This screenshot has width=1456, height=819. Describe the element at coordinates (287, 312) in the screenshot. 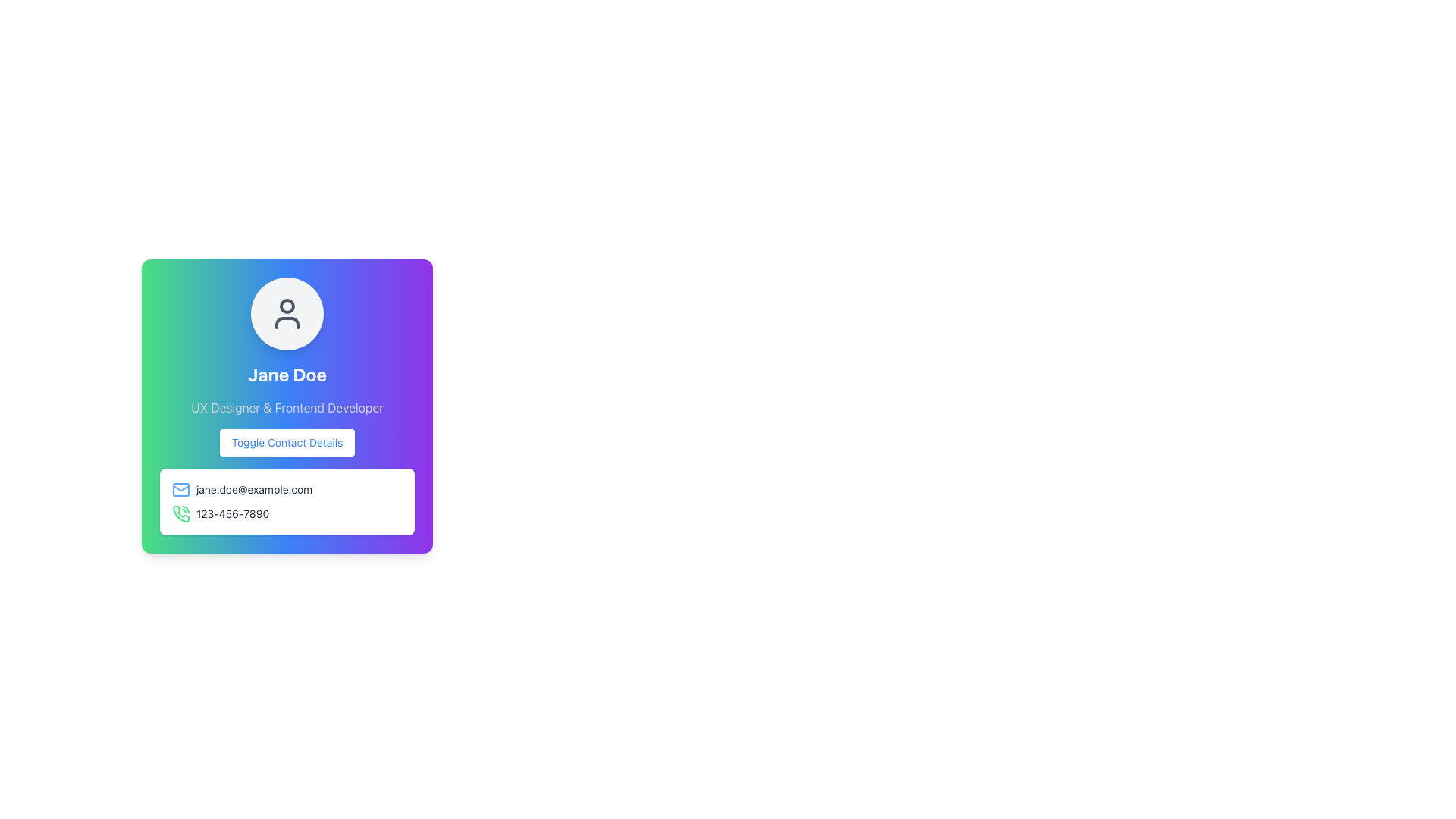

I see `the circular profile image placeholder at the top center of the user card, which has a gray background and a user silhouette icon` at that location.